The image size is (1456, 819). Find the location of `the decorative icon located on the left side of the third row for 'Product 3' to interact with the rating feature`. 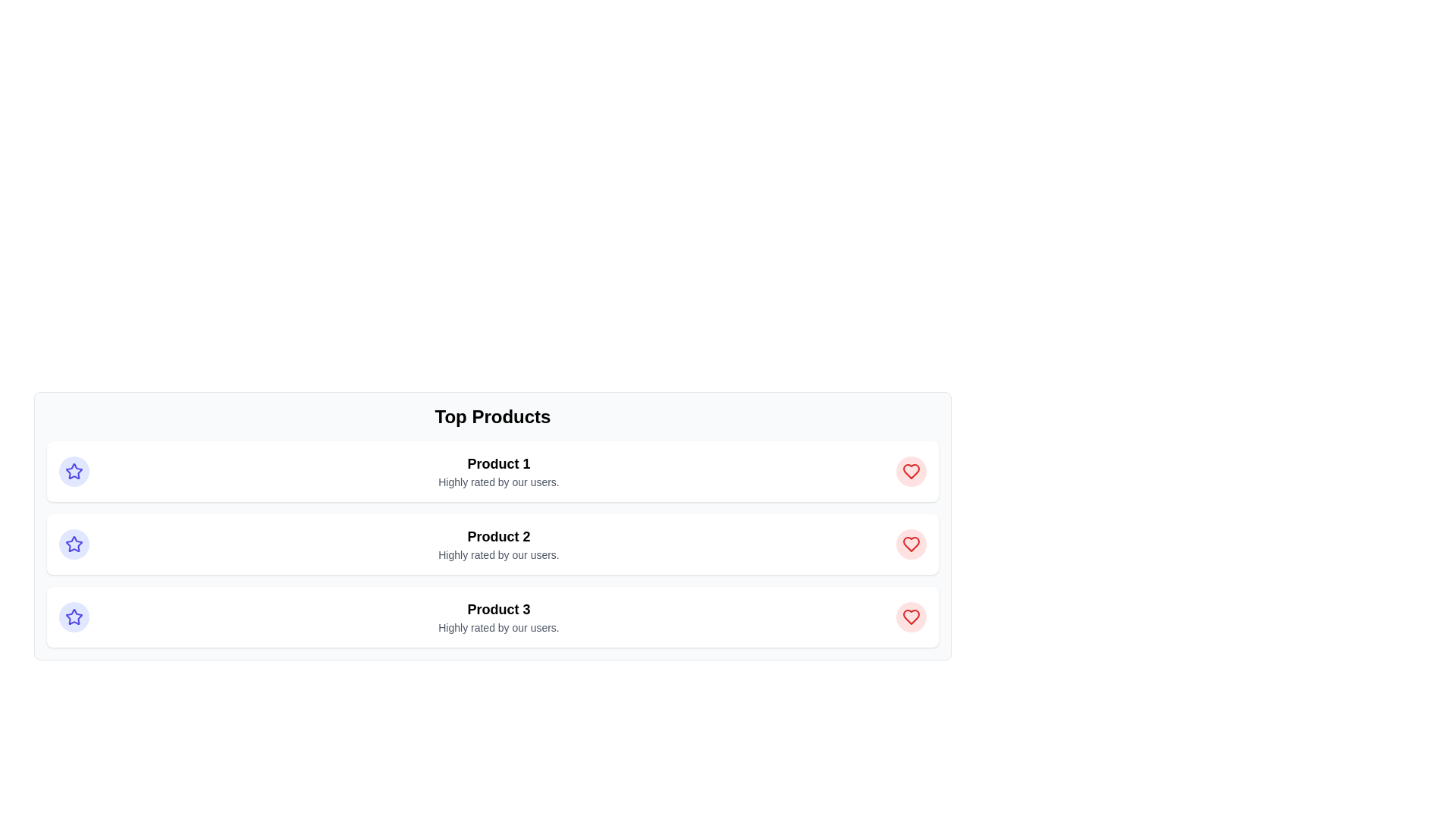

the decorative icon located on the left side of the third row for 'Product 3' to interact with the rating feature is located at coordinates (73, 617).